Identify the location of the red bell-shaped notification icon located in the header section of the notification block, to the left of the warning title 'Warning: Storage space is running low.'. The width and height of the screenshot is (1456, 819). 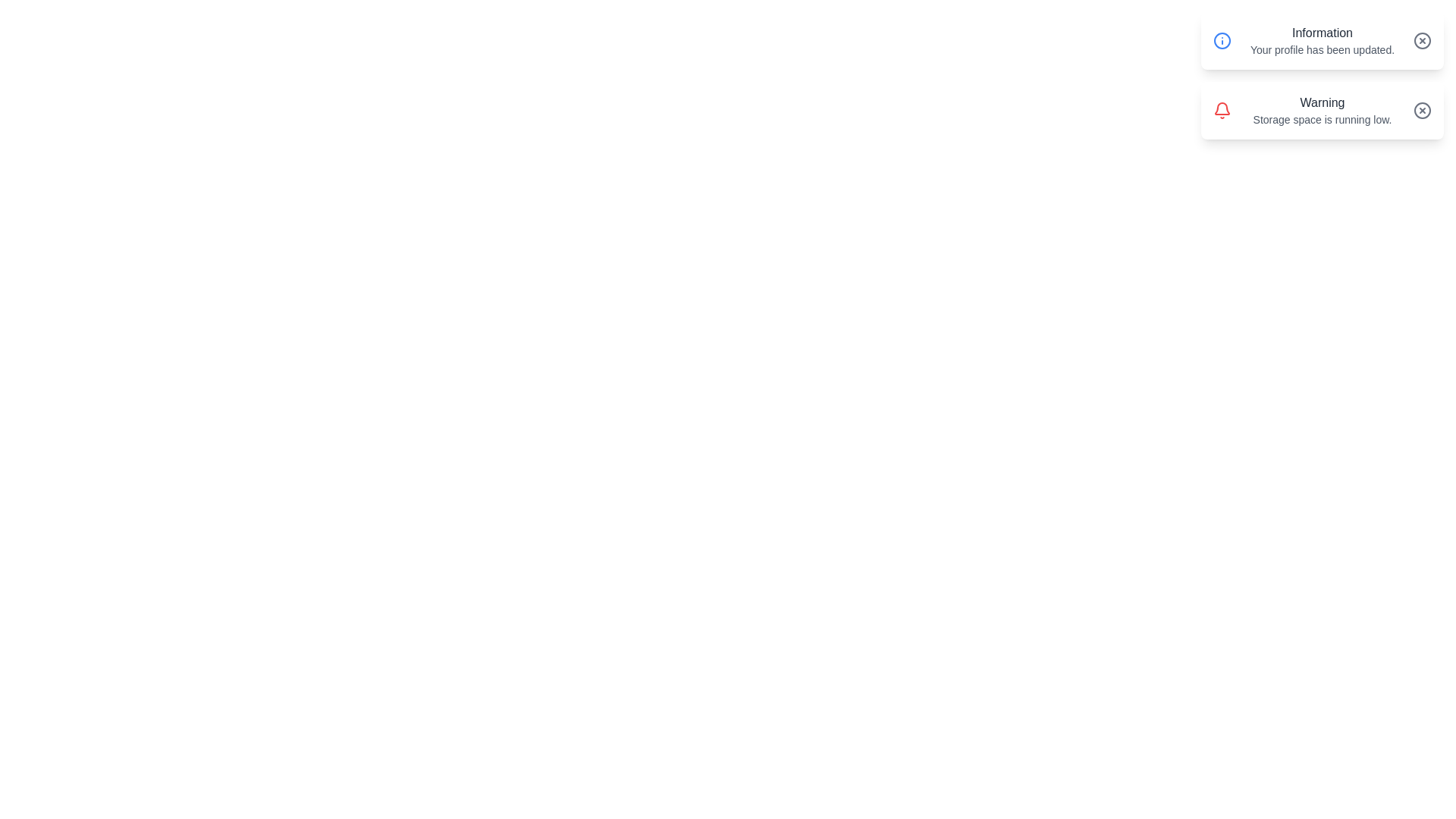
(1222, 108).